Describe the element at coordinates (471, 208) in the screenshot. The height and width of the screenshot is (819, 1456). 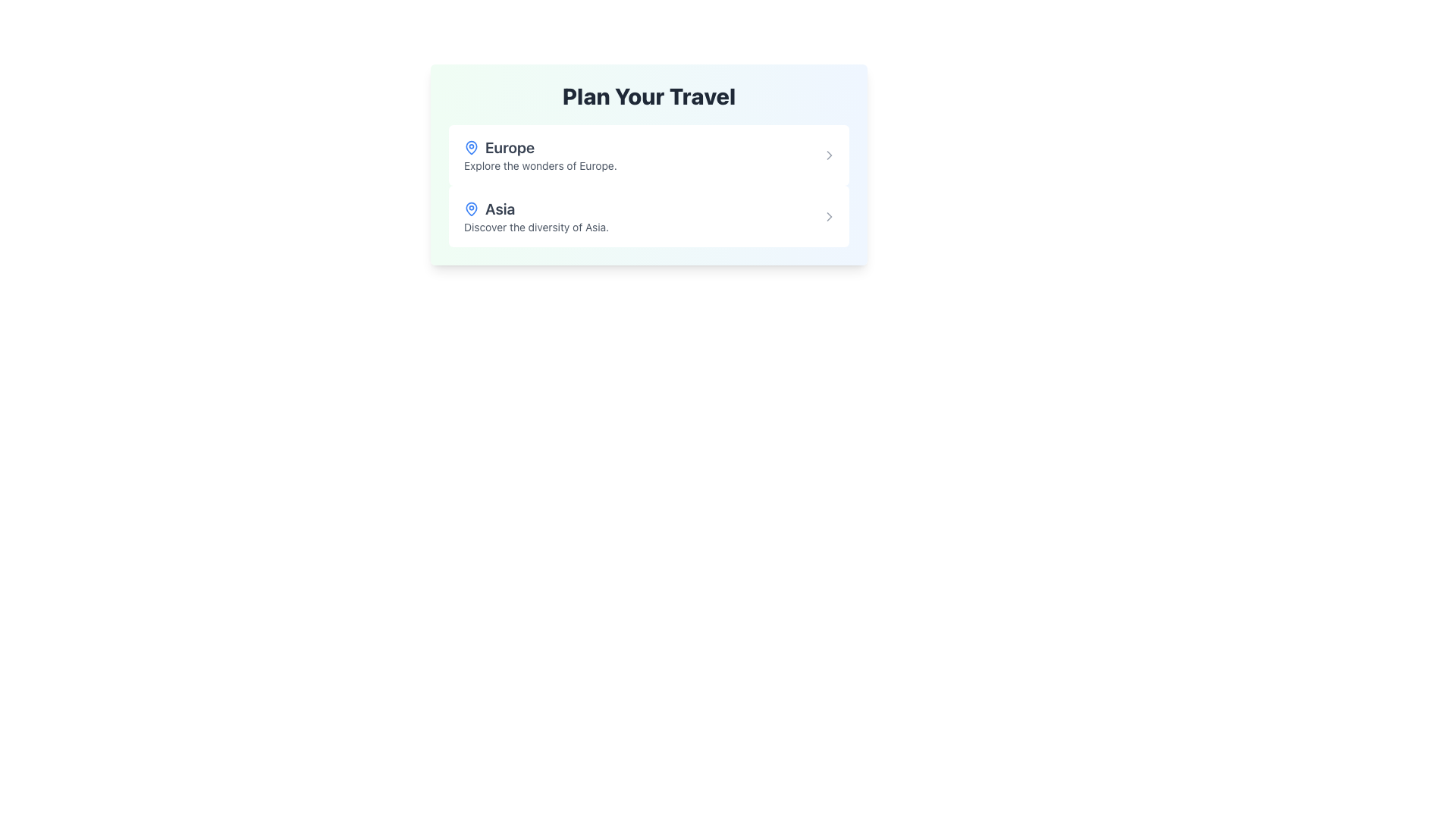
I see `the vector icon representing the location marker for the list item 'Asia', which is positioned to the left of the text content` at that location.